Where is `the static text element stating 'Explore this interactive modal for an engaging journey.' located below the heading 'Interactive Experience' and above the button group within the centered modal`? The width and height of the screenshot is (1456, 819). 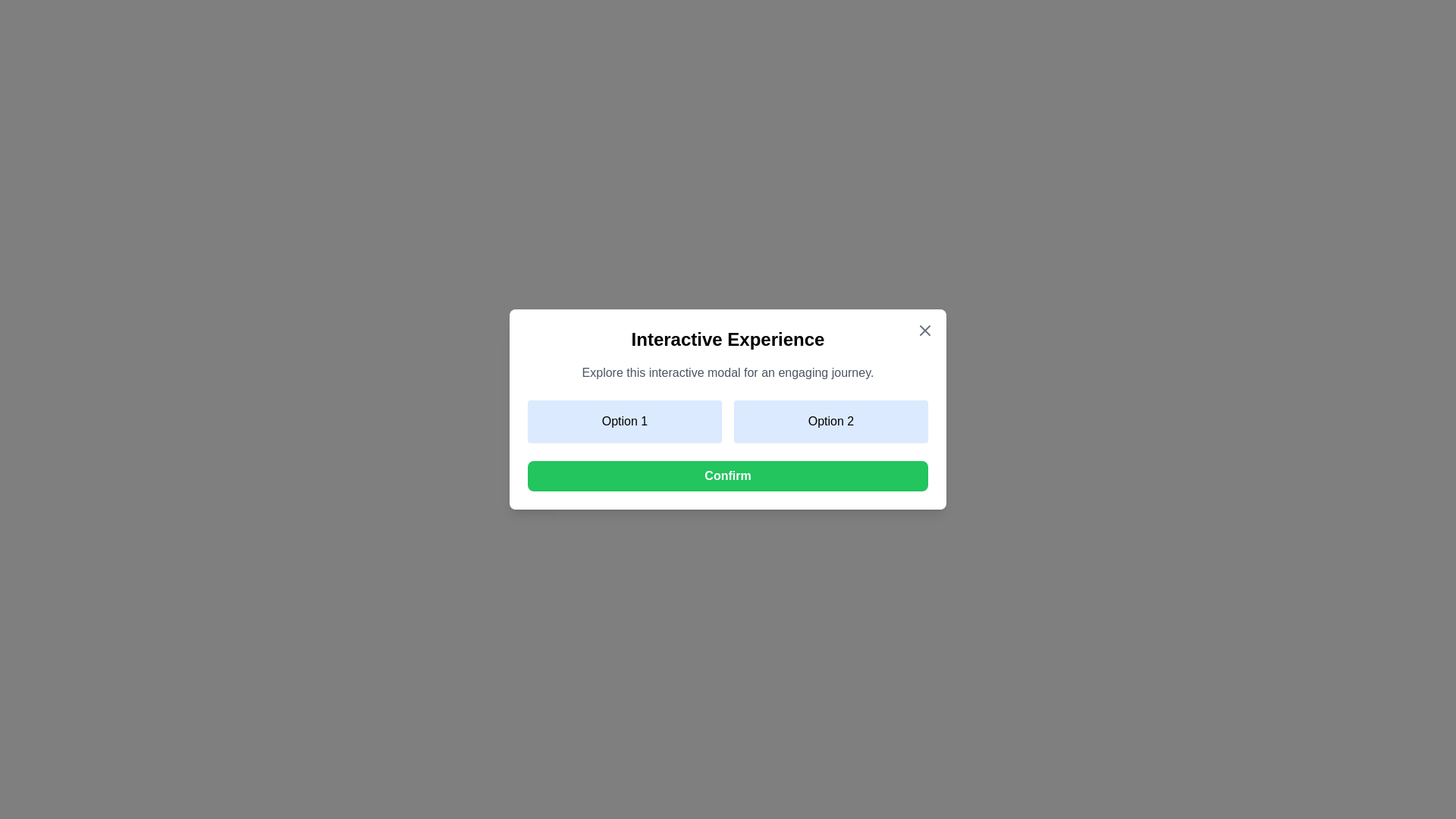
the static text element stating 'Explore this interactive modal for an engaging journey.' located below the heading 'Interactive Experience' and above the button group within the centered modal is located at coordinates (728, 373).